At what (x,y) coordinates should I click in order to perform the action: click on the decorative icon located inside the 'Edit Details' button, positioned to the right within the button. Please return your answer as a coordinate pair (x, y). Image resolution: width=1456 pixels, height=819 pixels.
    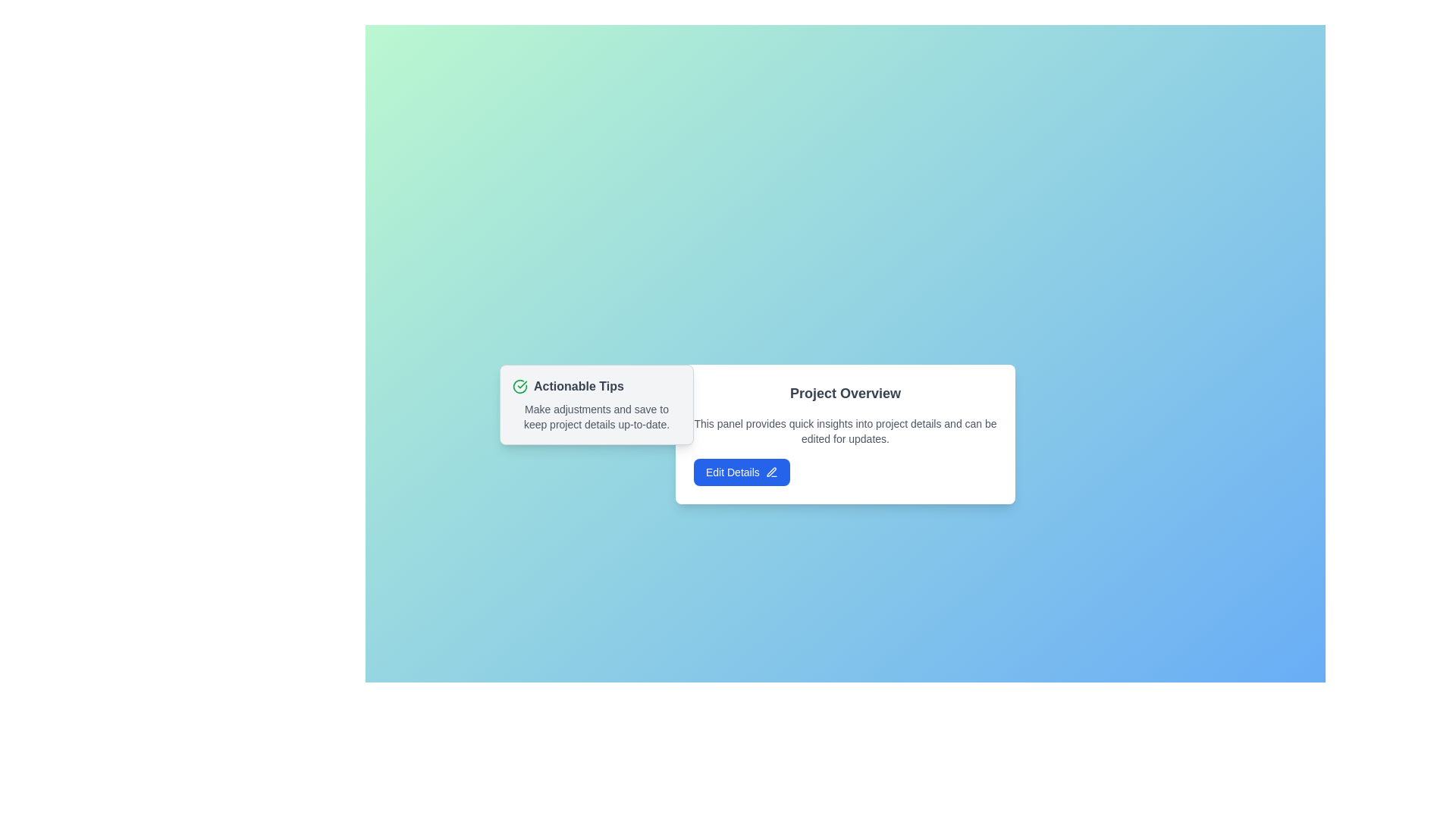
    Looking at the image, I should click on (771, 471).